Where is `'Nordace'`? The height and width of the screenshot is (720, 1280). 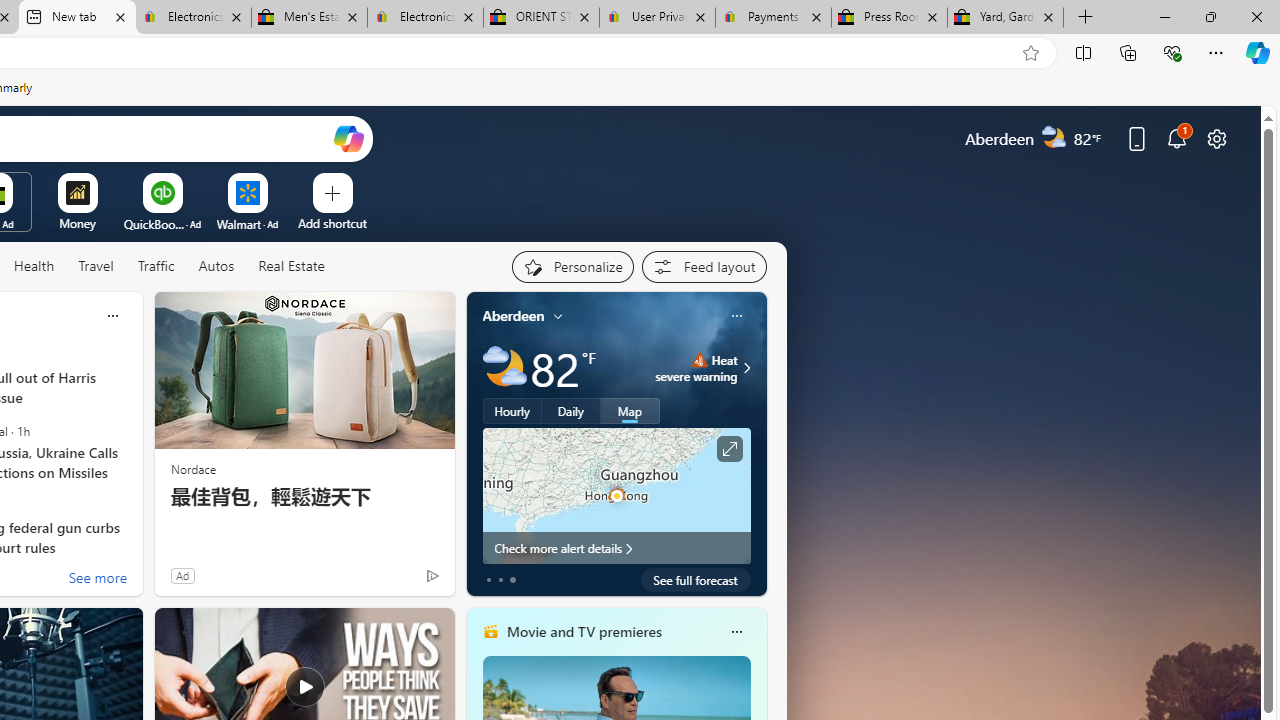 'Nordace' is located at coordinates (193, 468).